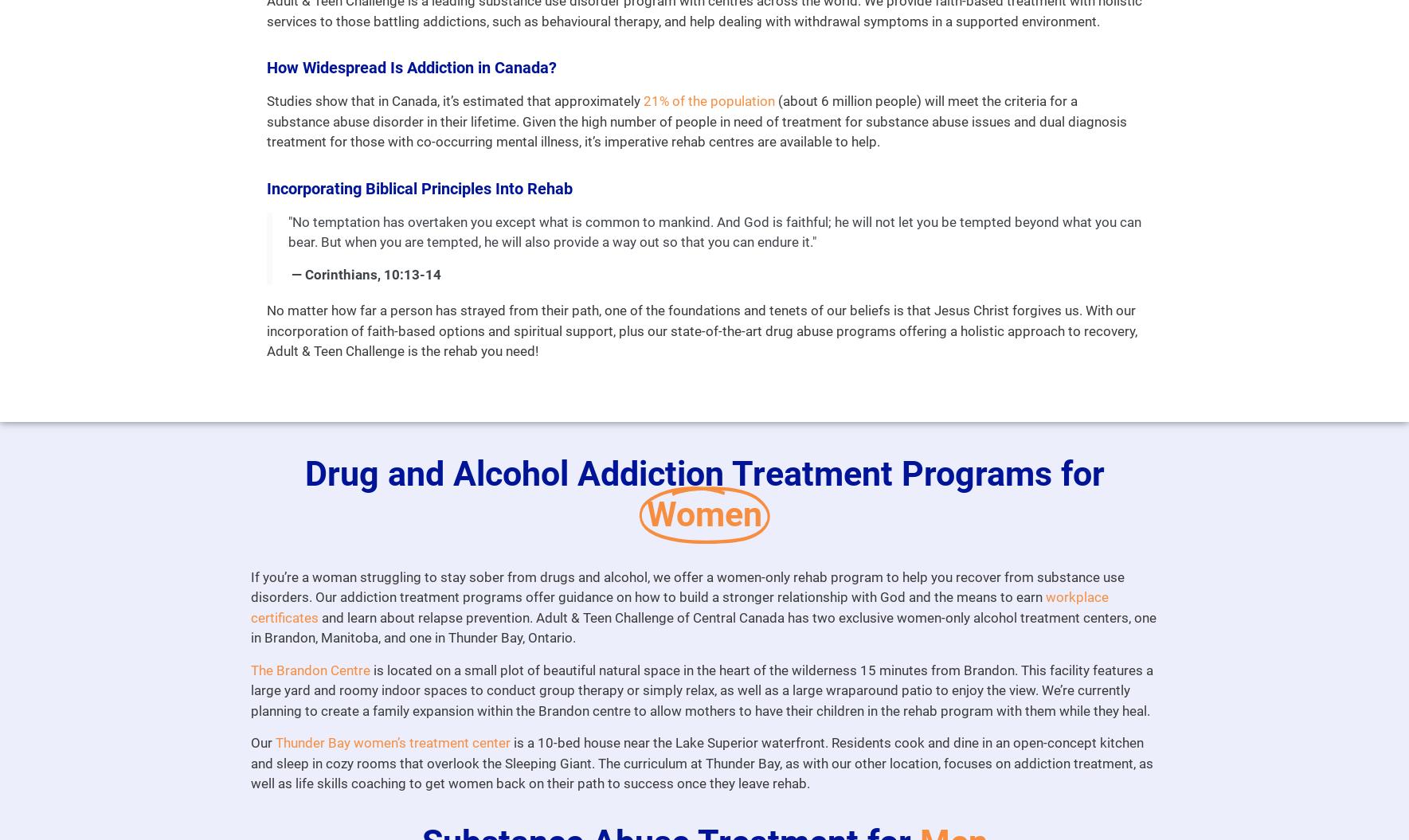  I want to click on 'Incorporating Biblical Principles Into Rehab', so click(417, 188).